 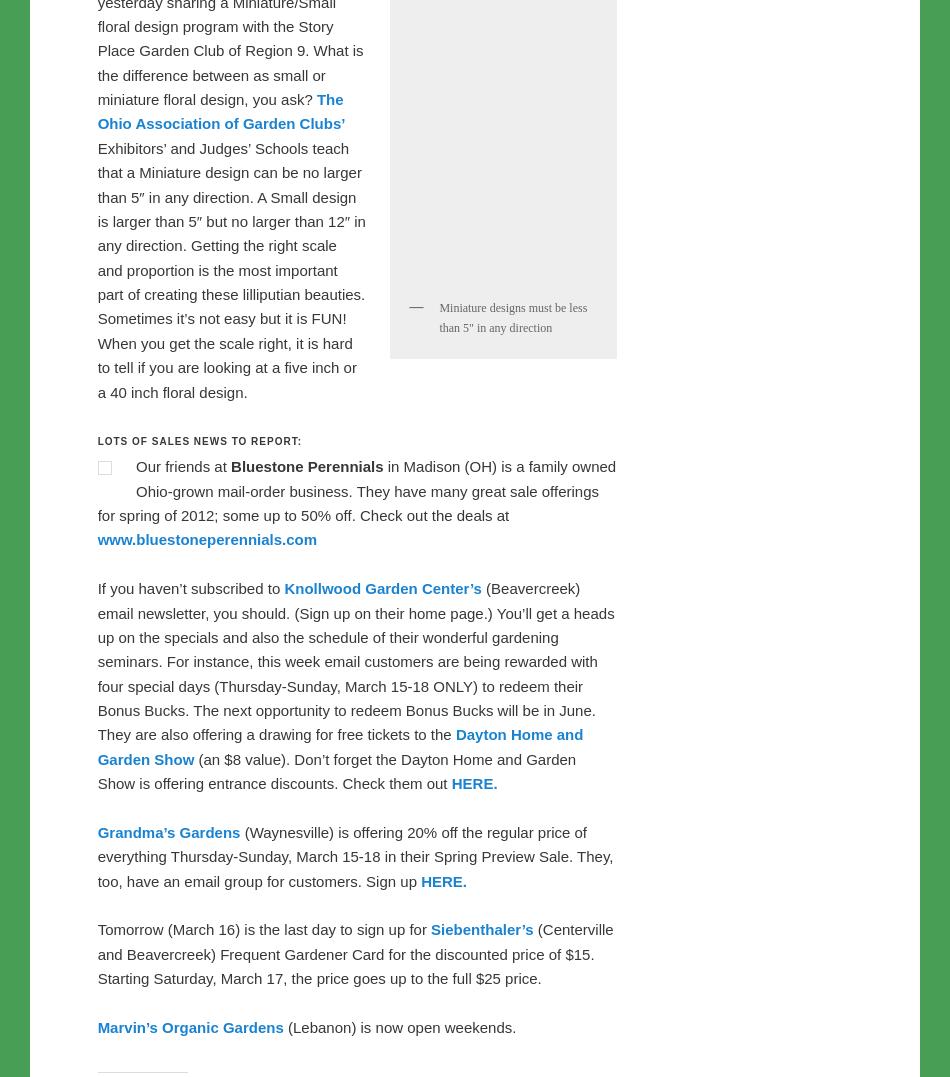 What do you see at coordinates (96, 636) in the screenshot?
I see `'If you haven’t subscribed to'` at bounding box center [96, 636].